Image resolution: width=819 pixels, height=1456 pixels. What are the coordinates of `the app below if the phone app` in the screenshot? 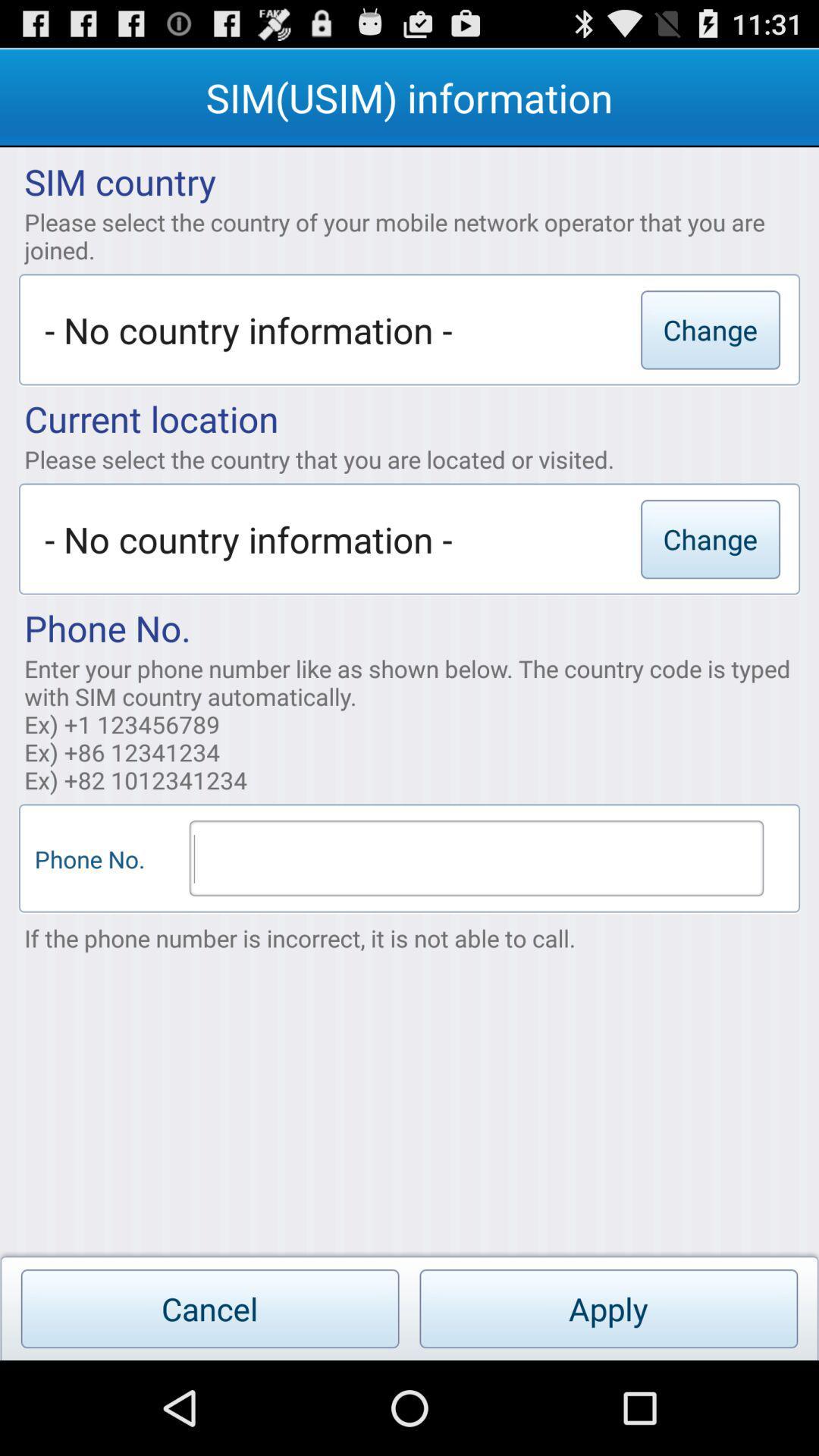 It's located at (210, 1308).